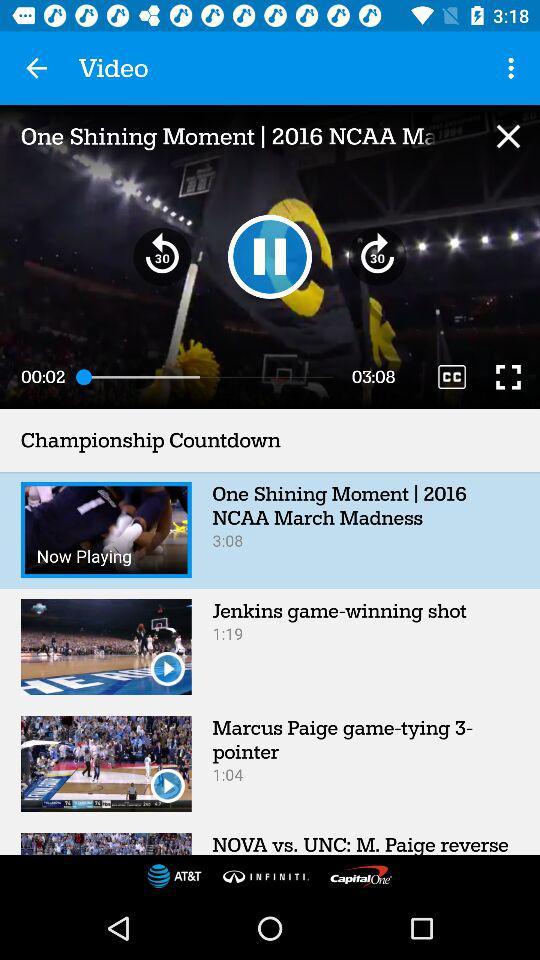 This screenshot has height=960, width=540. I want to click on or pause the video, so click(270, 255).